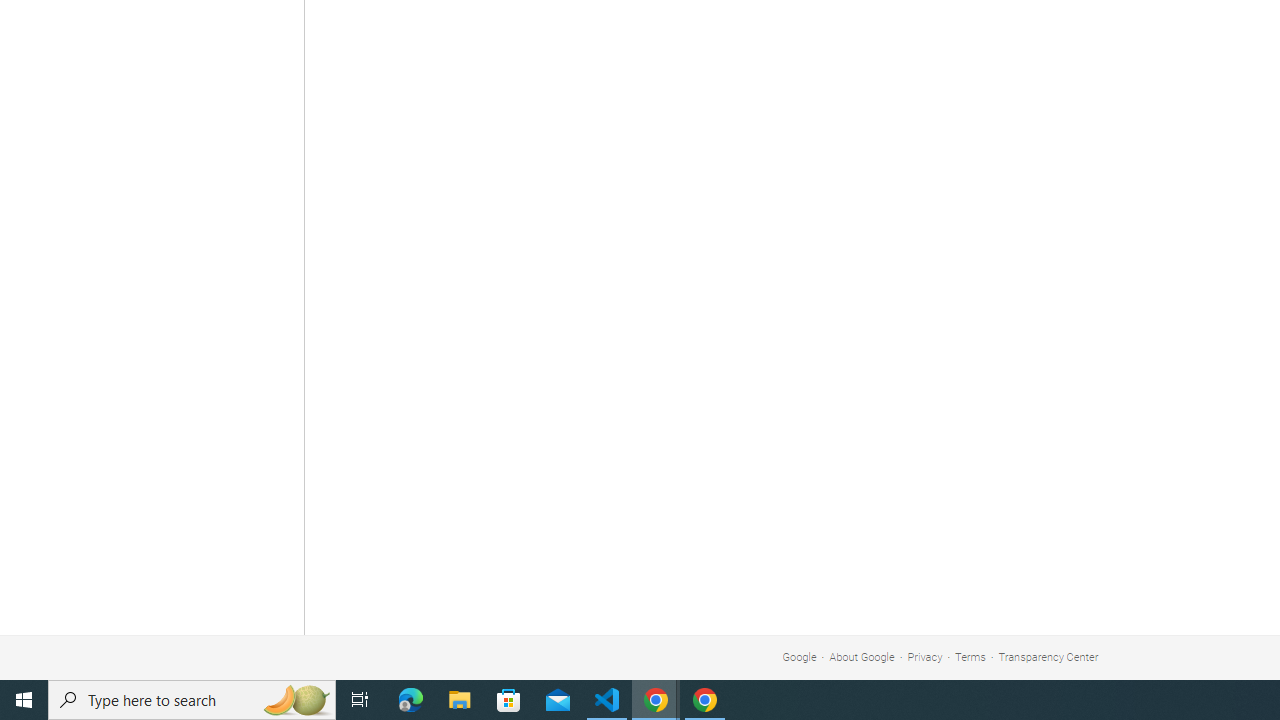 The height and width of the screenshot is (720, 1280). Describe the element at coordinates (1047, 657) in the screenshot. I see `'Transparency Center'` at that location.